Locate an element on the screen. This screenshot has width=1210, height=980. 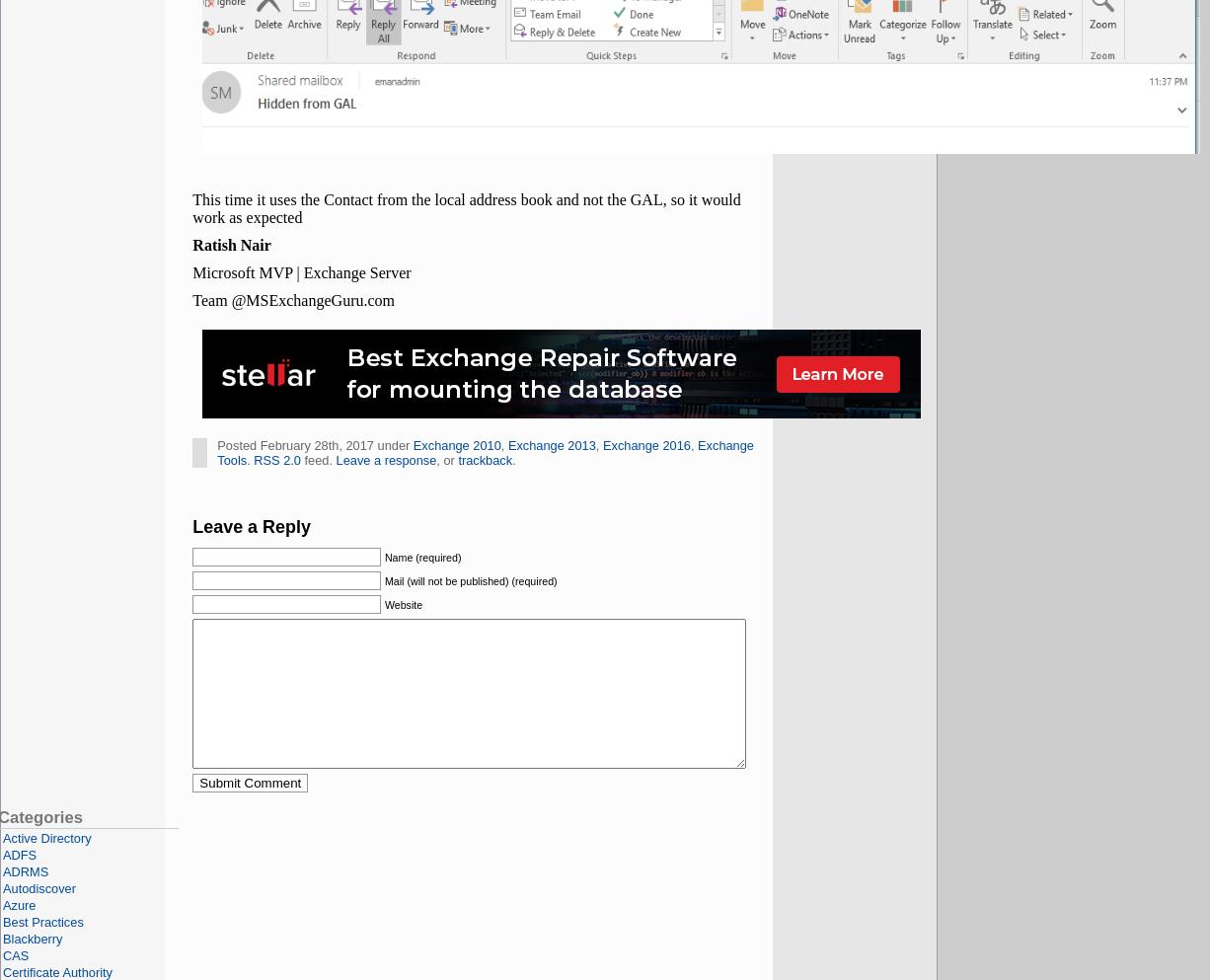
'Microsoft MVP | Exchange Server' is located at coordinates (301, 272).